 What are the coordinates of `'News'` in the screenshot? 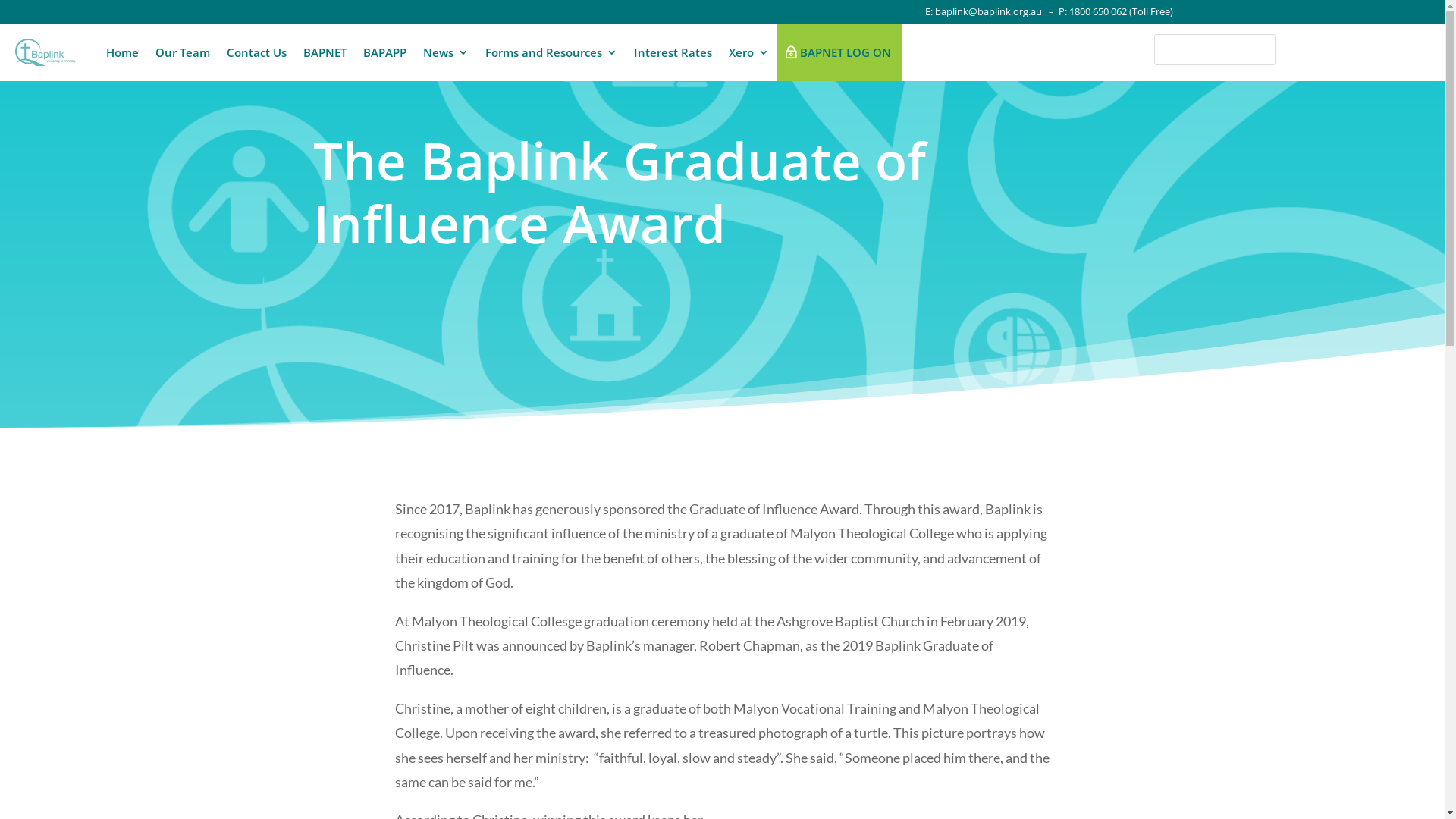 It's located at (445, 52).